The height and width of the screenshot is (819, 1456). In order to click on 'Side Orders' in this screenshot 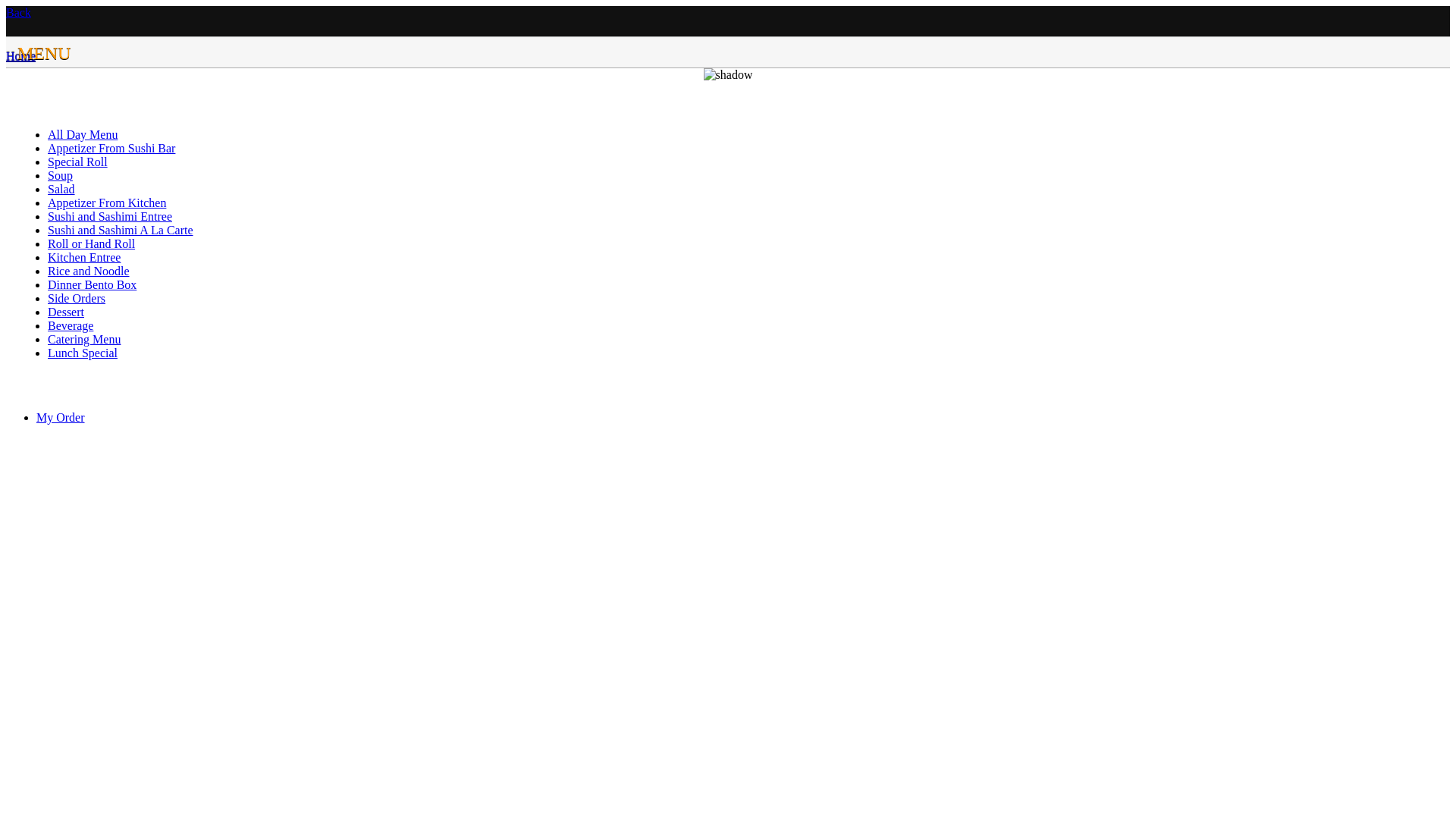, I will do `click(75, 298)`.